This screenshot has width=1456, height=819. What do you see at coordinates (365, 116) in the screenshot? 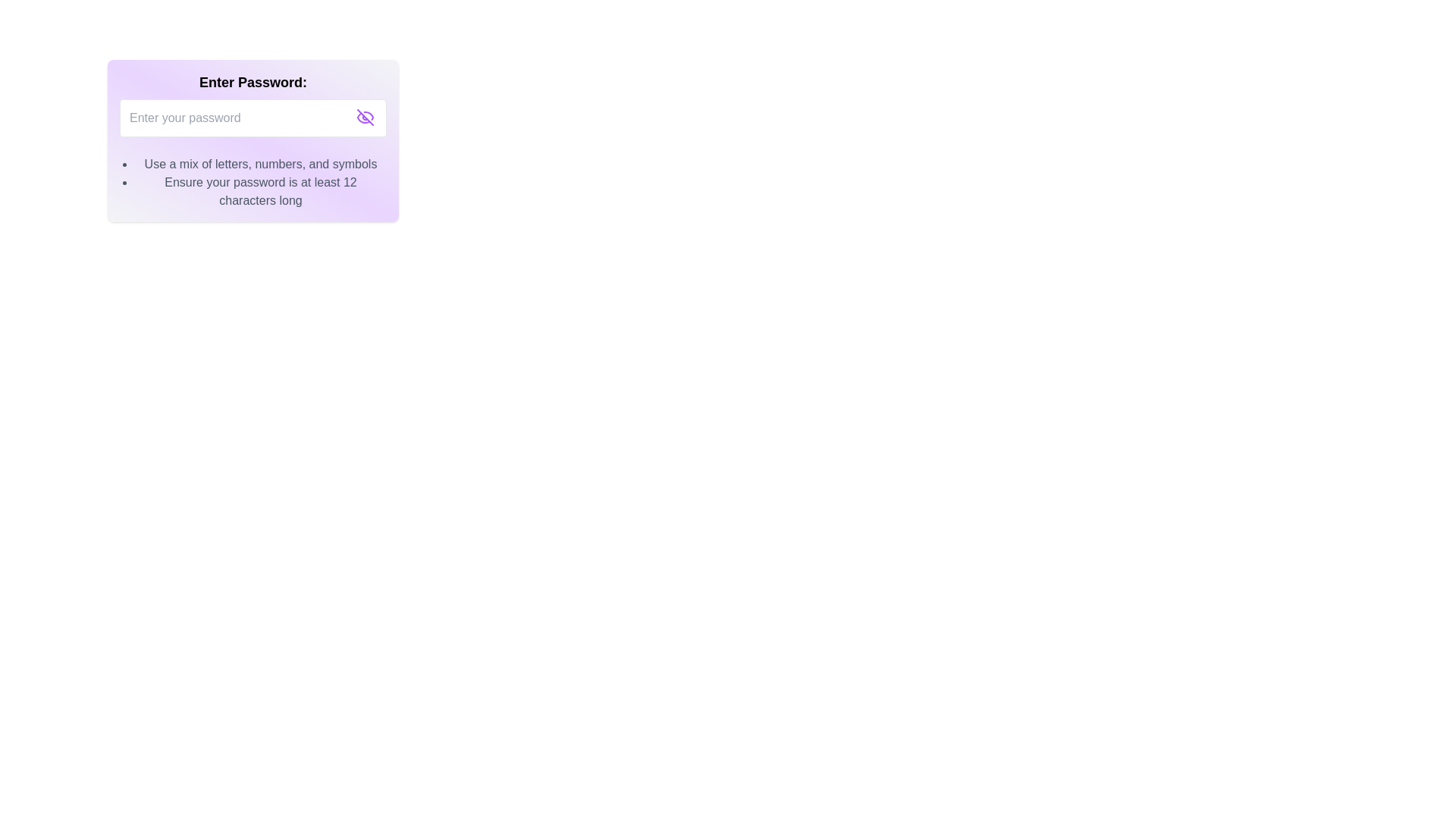
I see `the icon in the top-right corner of the password input field` at bounding box center [365, 116].